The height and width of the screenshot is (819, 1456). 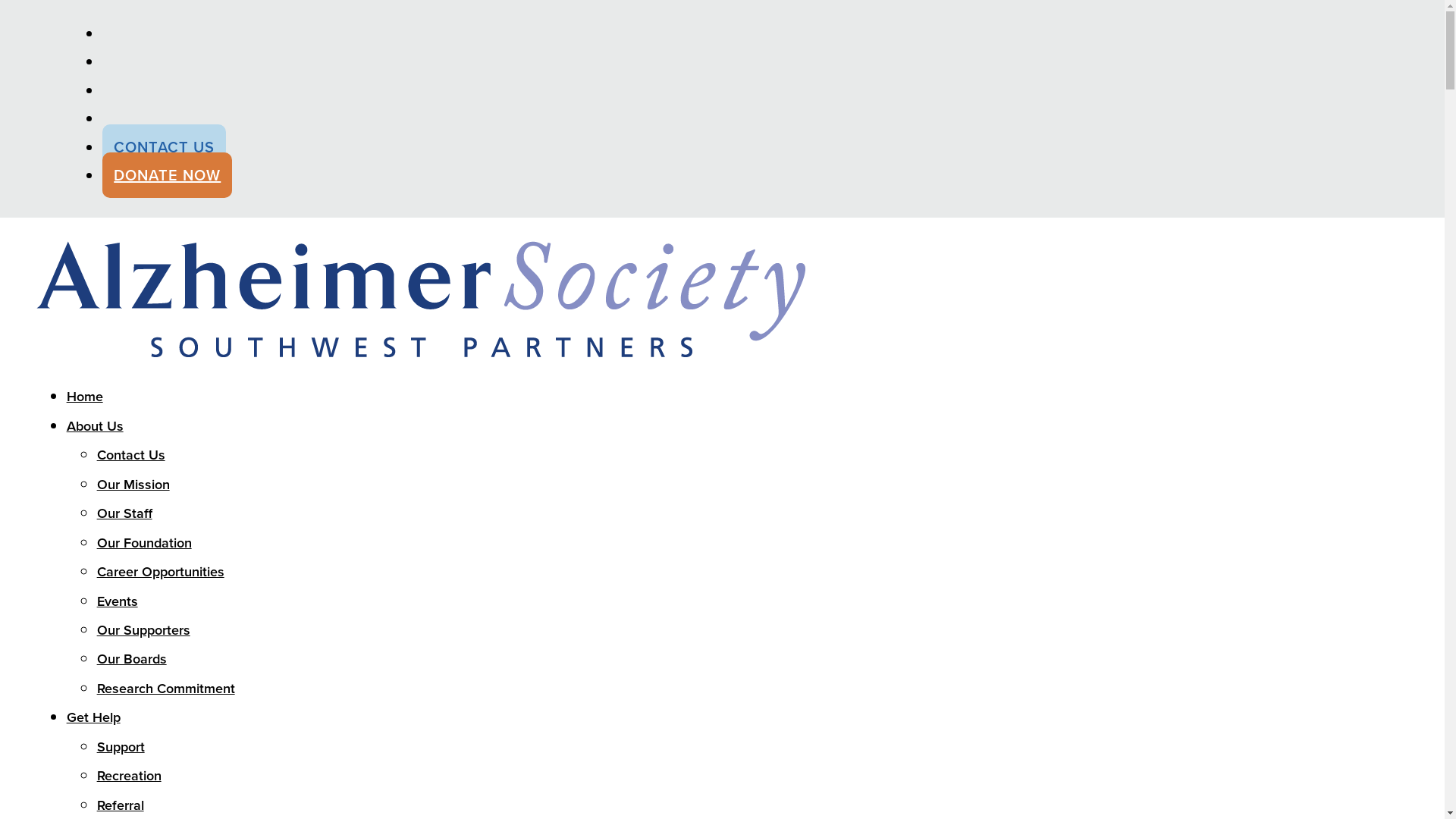 I want to click on 'Recreation', so click(x=129, y=775).